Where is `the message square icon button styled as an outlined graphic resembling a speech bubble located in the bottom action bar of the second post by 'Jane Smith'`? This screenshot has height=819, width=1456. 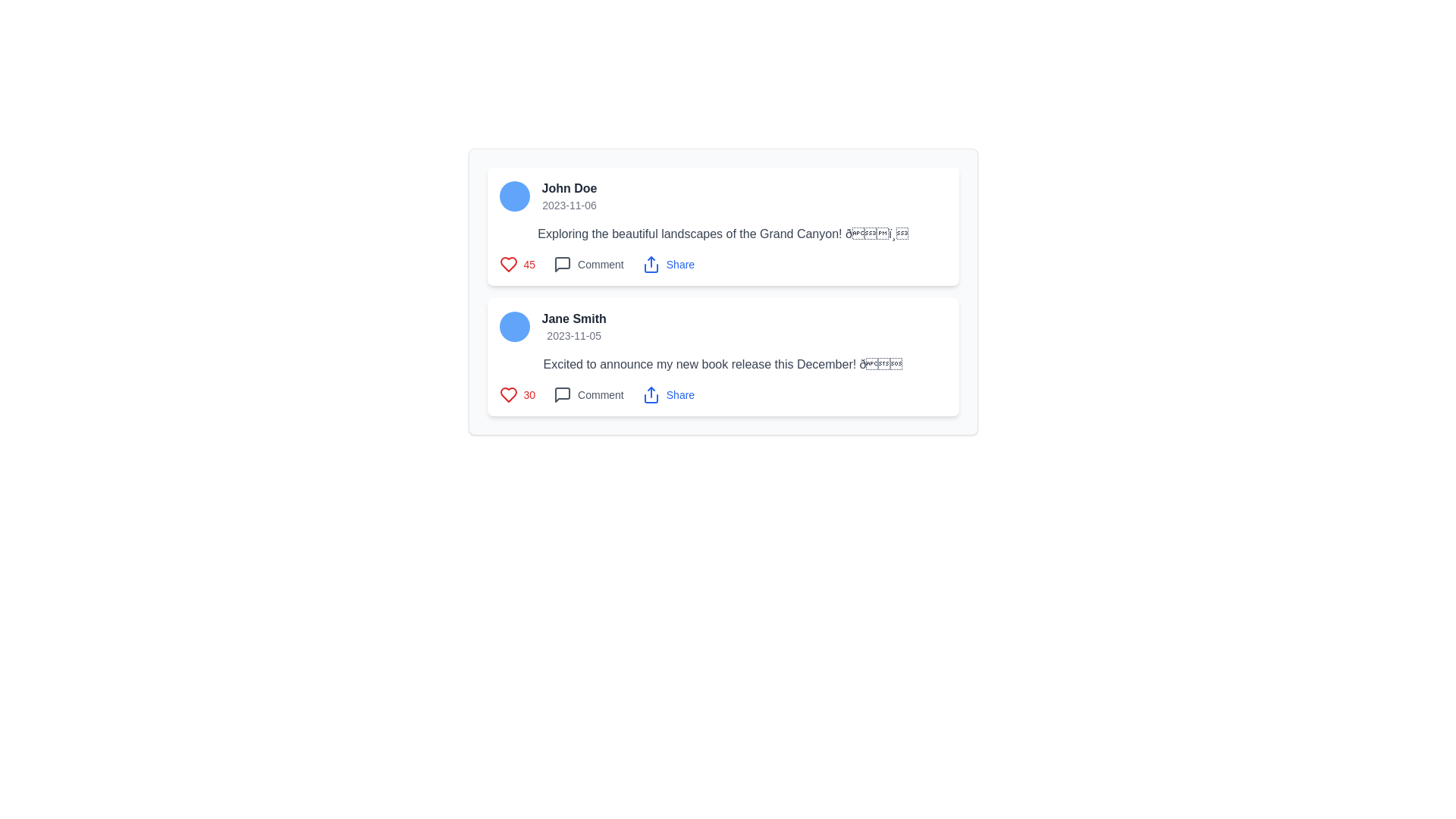 the message square icon button styled as an outlined graphic resembling a speech bubble located in the bottom action bar of the second post by 'Jane Smith' is located at coordinates (562, 394).